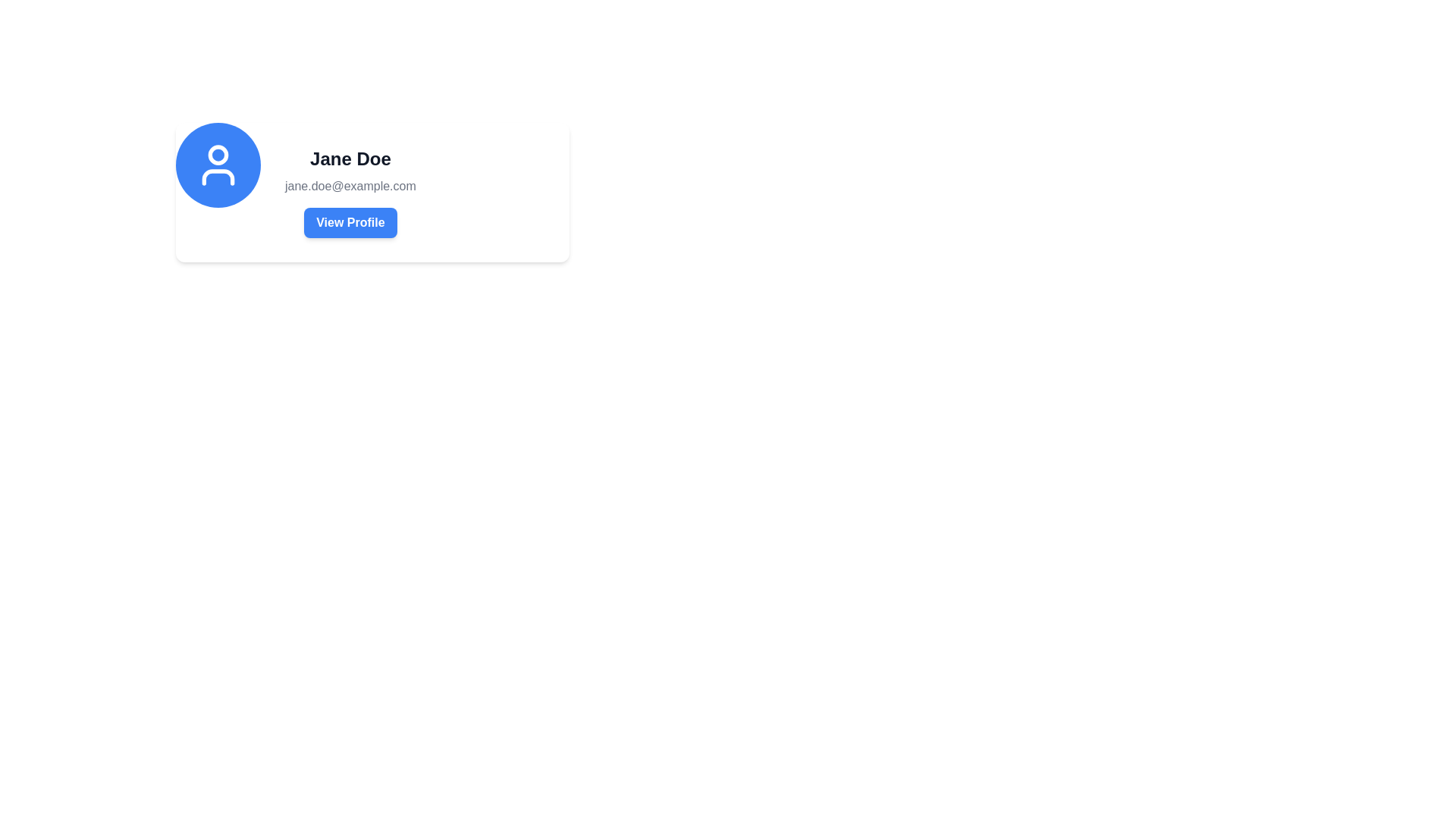  I want to click on the email contact information displayed as secondary text in the user profile group, located below the user name and above the 'View Profile' button, so click(350, 186).